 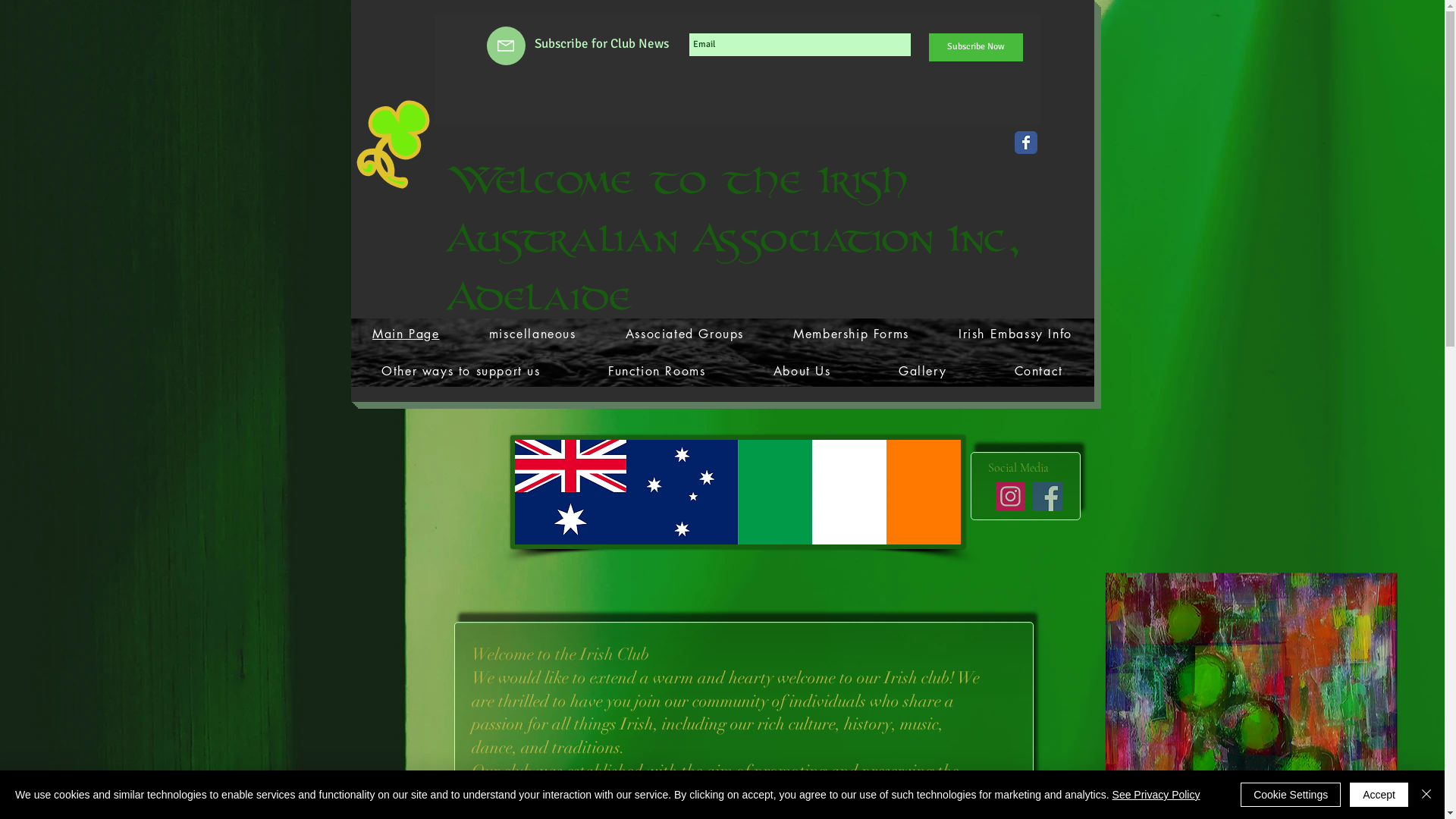 What do you see at coordinates (1290, 794) in the screenshot?
I see `'Cookie Settings'` at bounding box center [1290, 794].